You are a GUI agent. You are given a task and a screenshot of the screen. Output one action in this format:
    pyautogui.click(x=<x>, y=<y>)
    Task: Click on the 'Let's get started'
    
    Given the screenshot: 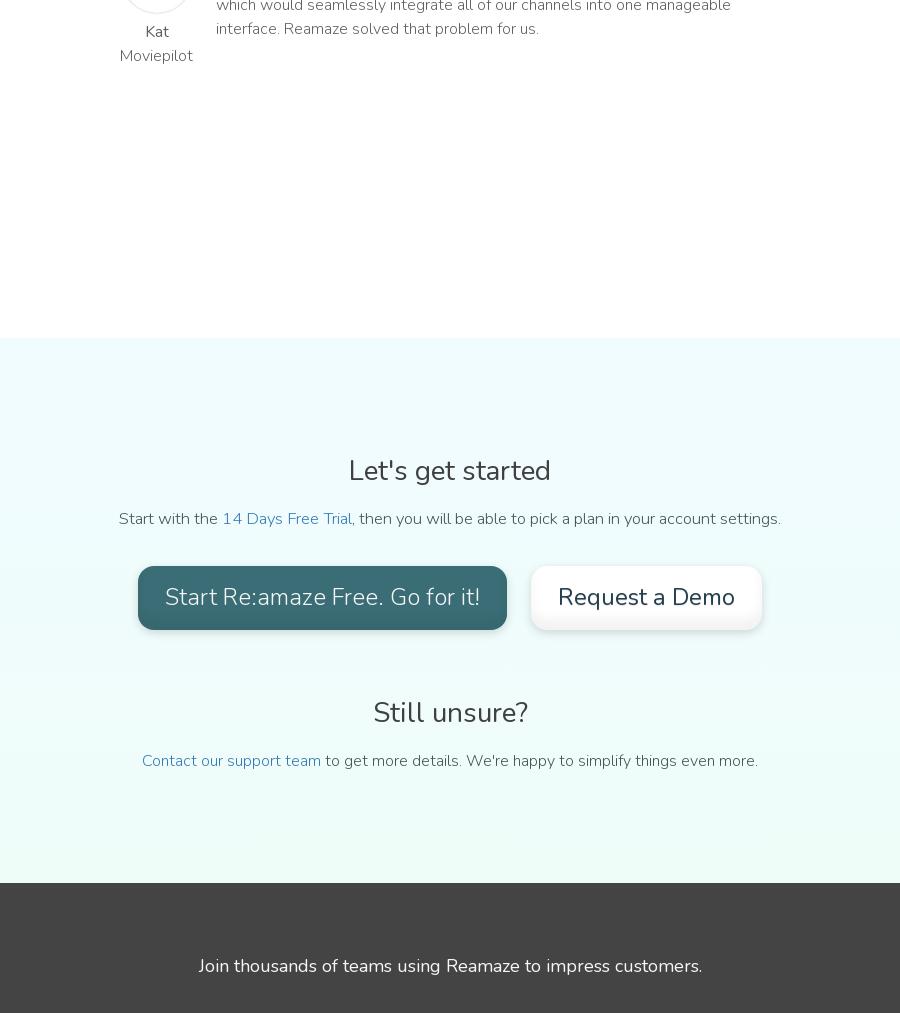 What is the action you would take?
    pyautogui.click(x=450, y=469)
    